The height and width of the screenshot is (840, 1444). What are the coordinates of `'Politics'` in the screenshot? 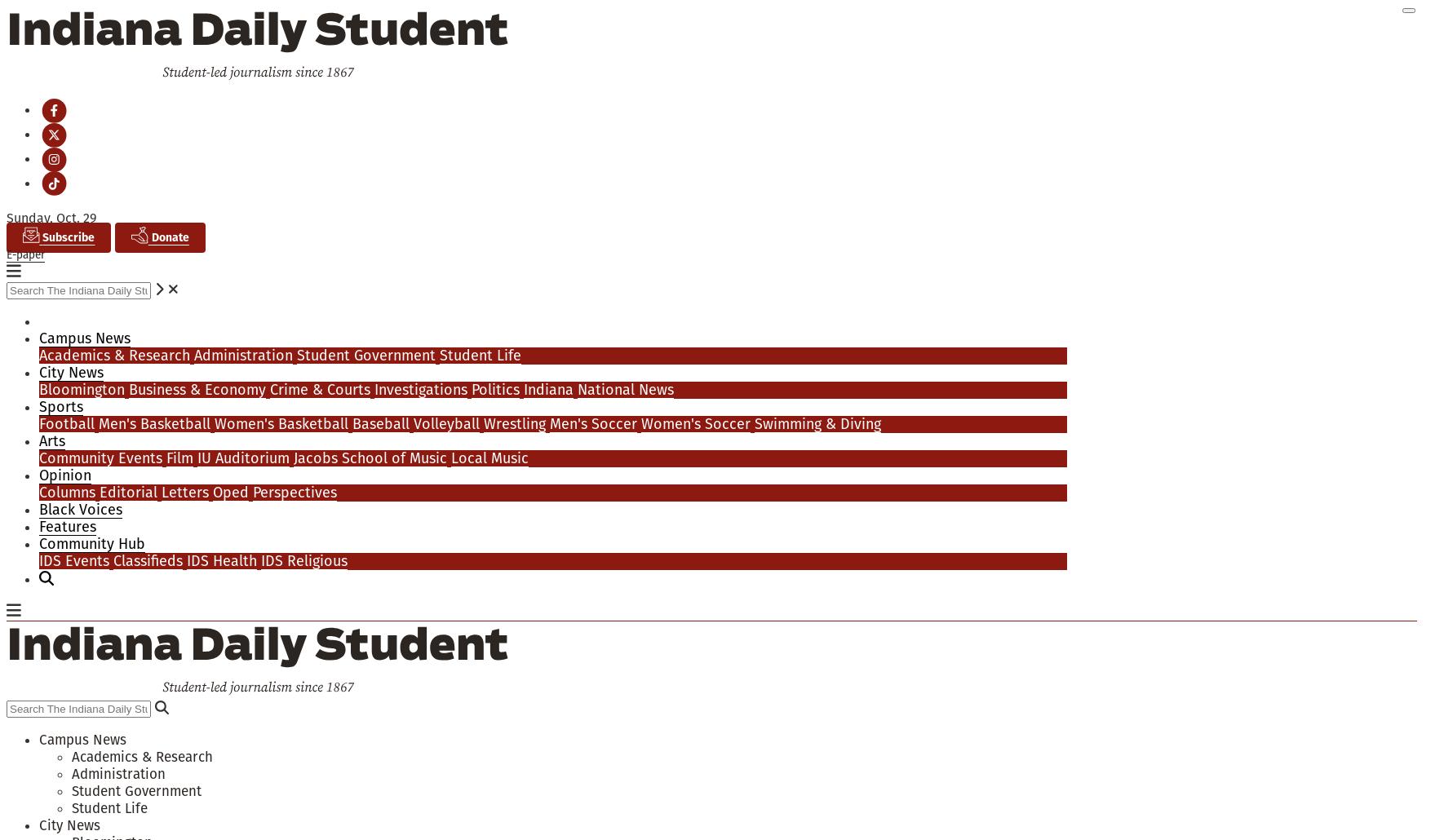 It's located at (494, 387).